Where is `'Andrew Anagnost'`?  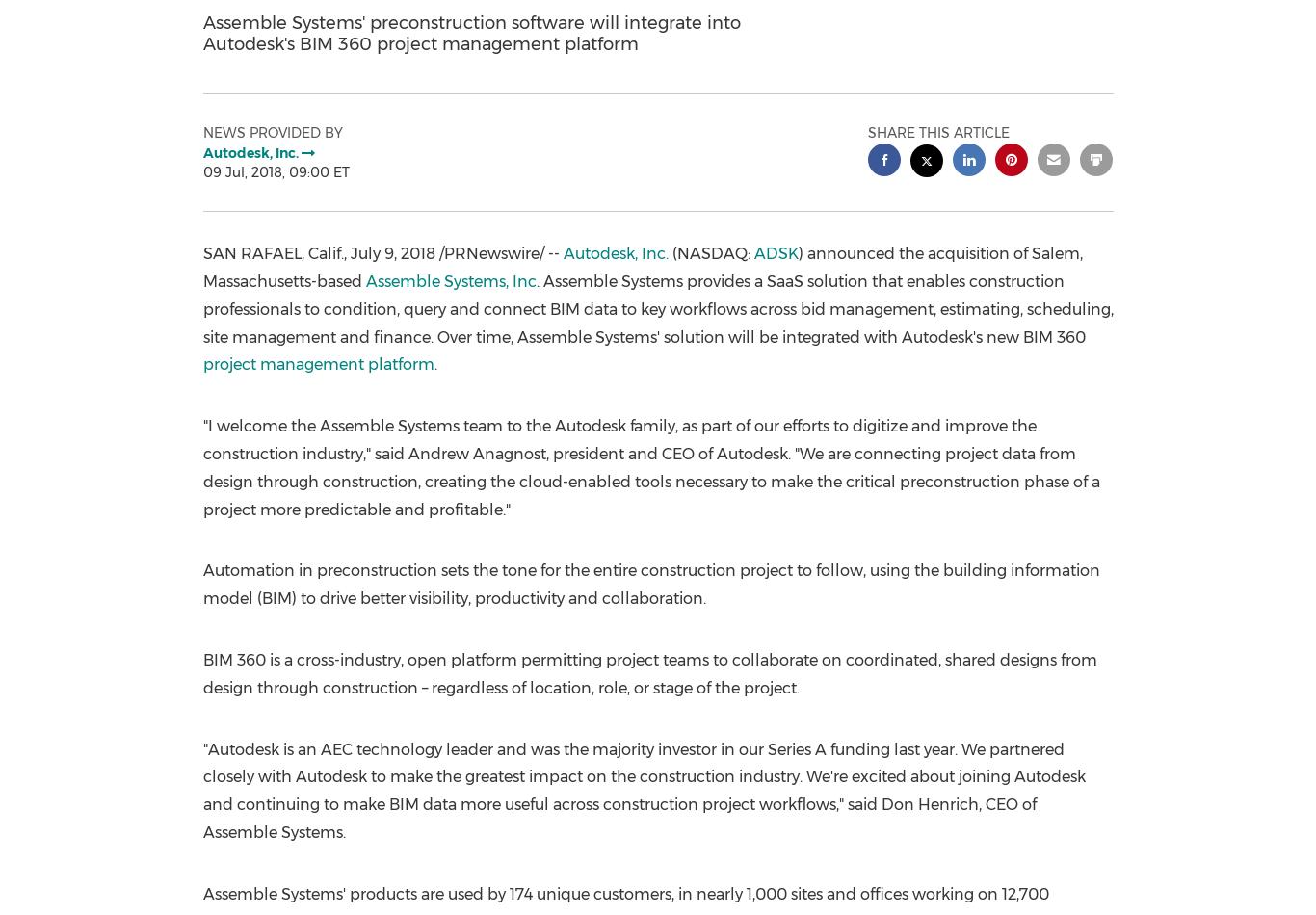 'Andrew Anagnost' is located at coordinates (476, 452).